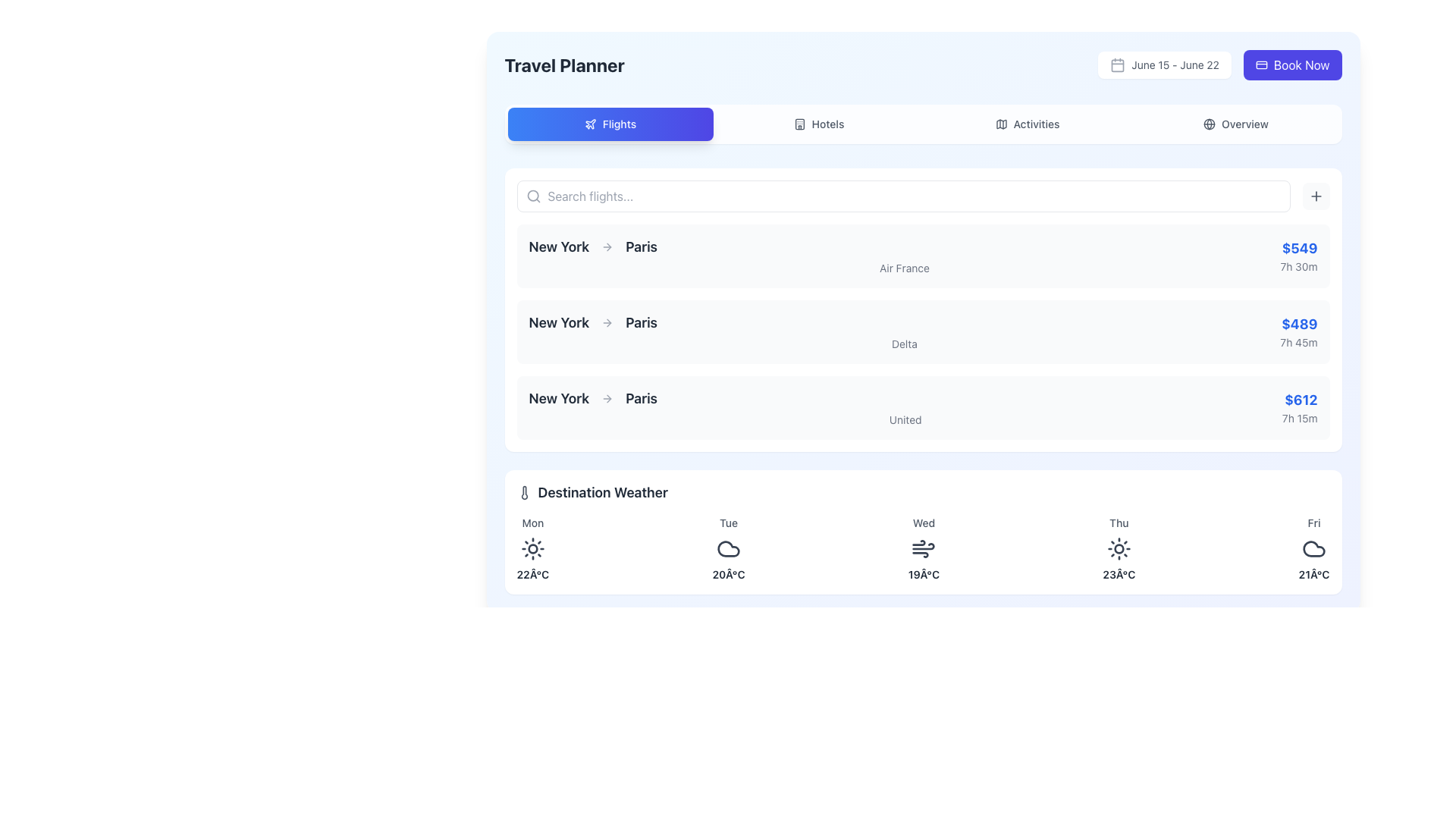 Image resolution: width=1456 pixels, height=819 pixels. Describe the element at coordinates (1299, 400) in the screenshot. I see `the text display element that shows the price of the flight option for 'United', located in the third column and third row of the flight options section` at that location.